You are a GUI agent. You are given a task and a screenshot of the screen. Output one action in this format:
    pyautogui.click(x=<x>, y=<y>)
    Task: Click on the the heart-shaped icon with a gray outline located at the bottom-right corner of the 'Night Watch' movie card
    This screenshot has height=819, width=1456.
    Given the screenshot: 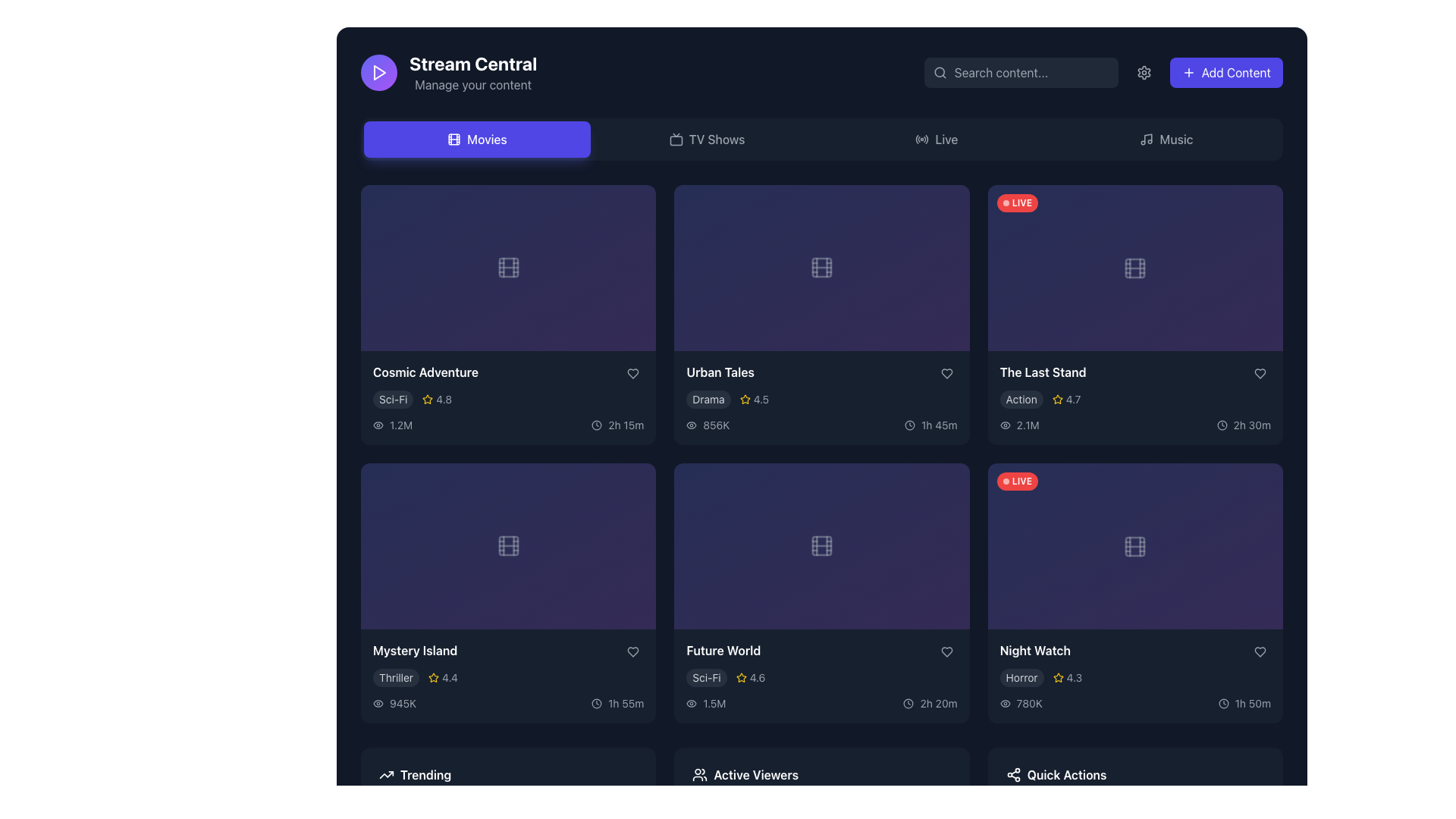 What is the action you would take?
    pyautogui.click(x=1260, y=651)
    